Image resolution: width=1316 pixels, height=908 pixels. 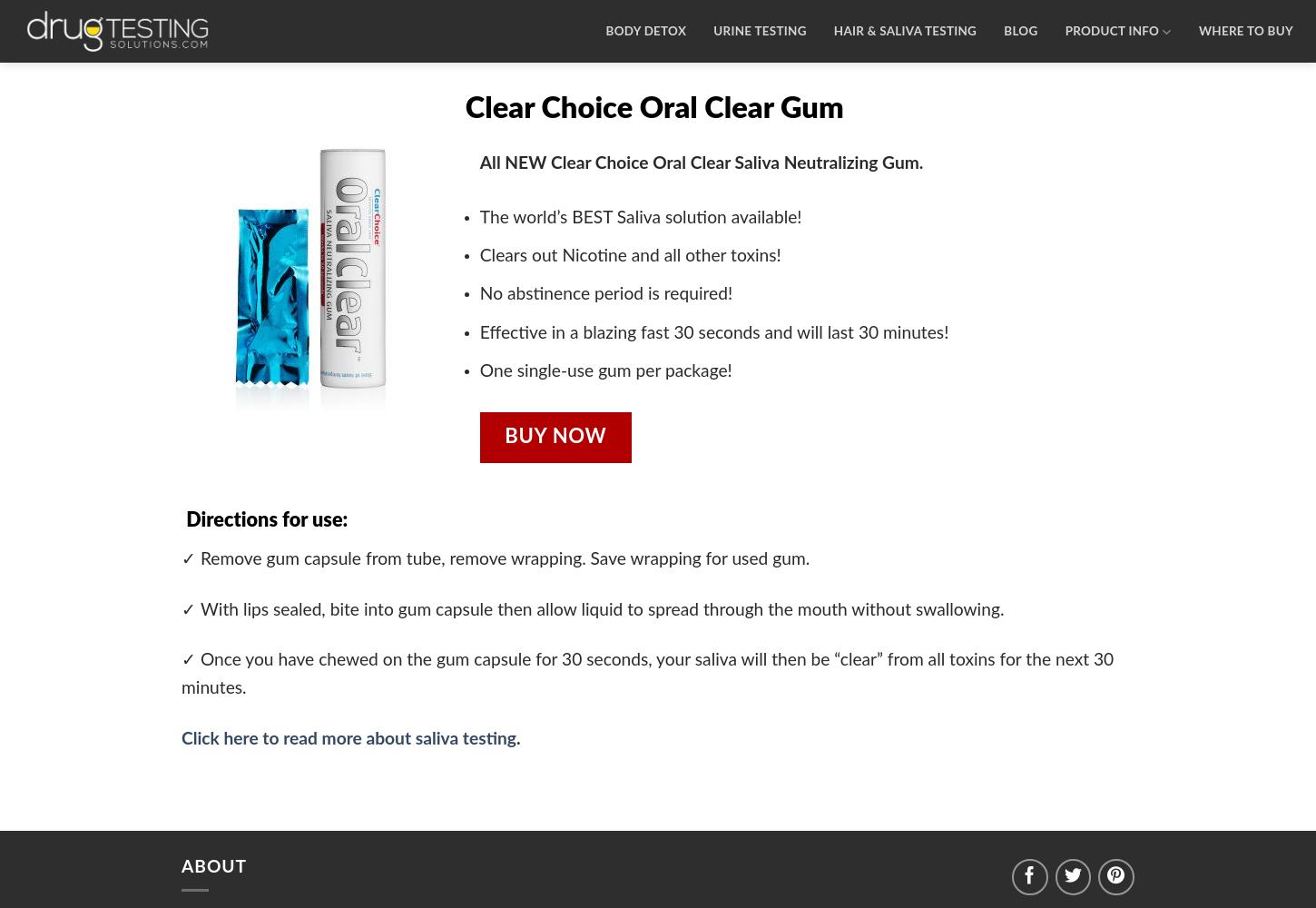 What do you see at coordinates (517, 737) in the screenshot?
I see `'.'` at bounding box center [517, 737].